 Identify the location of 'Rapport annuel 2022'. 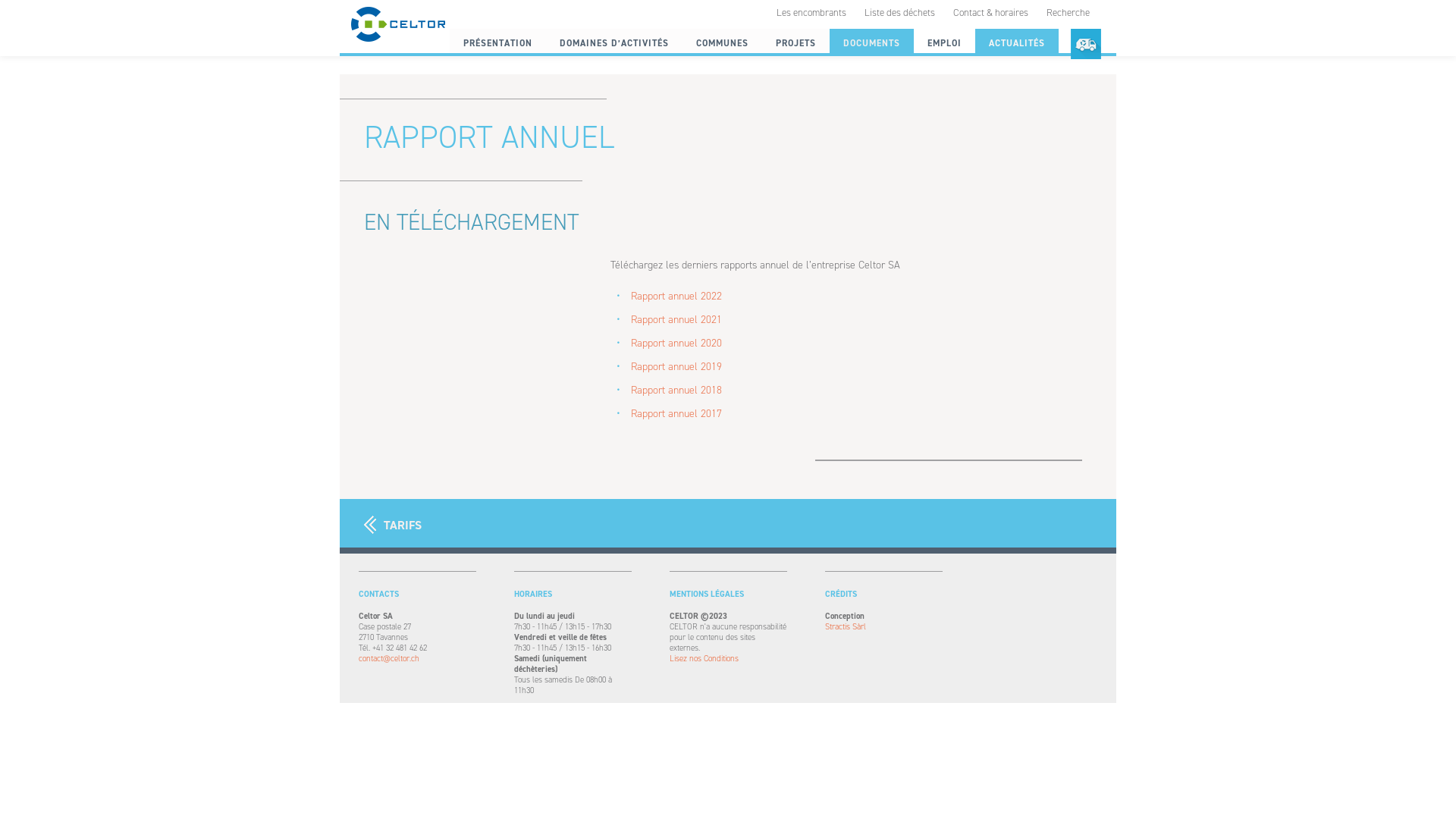
(676, 296).